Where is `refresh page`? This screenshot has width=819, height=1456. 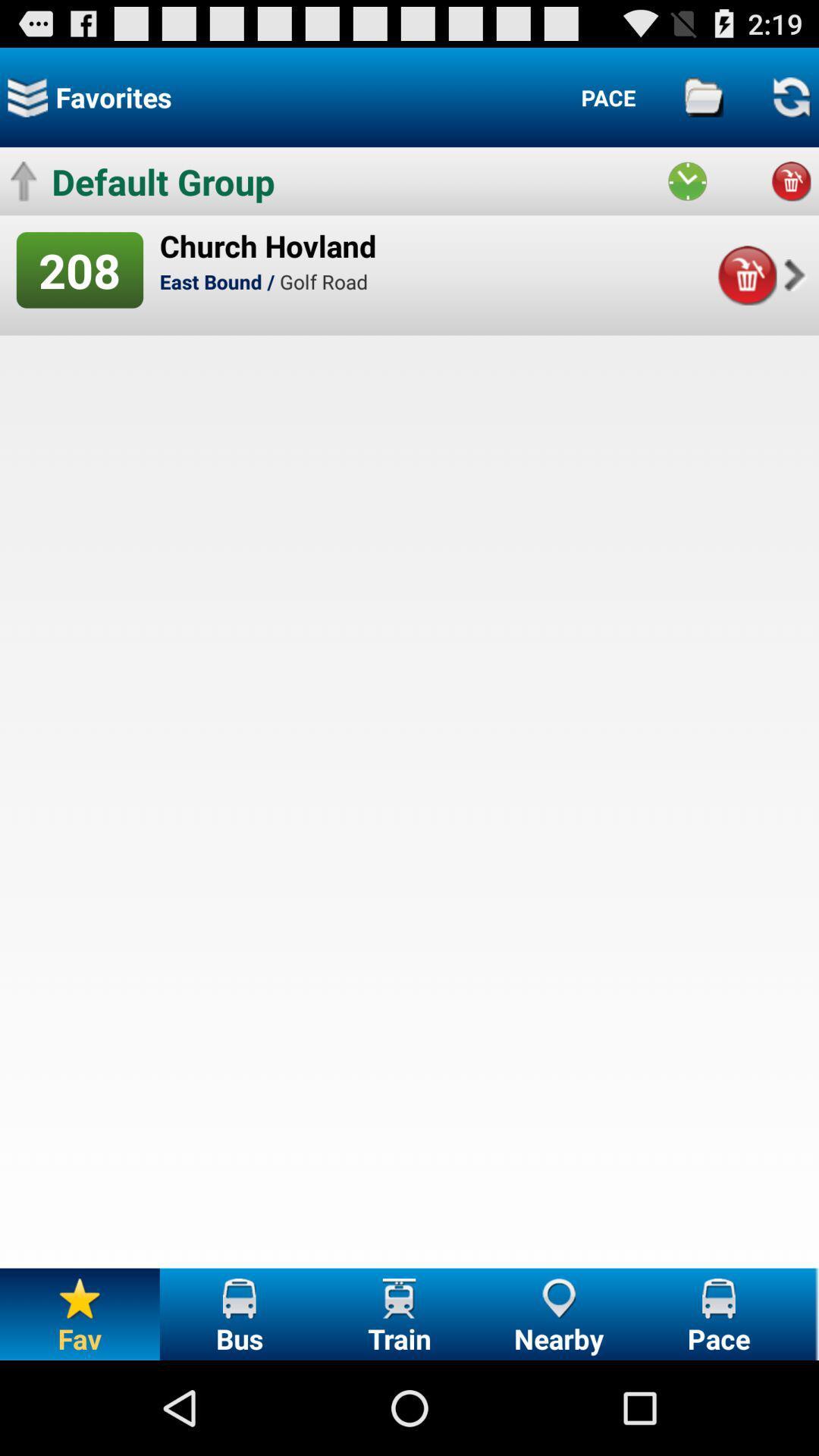
refresh page is located at coordinates (790, 96).